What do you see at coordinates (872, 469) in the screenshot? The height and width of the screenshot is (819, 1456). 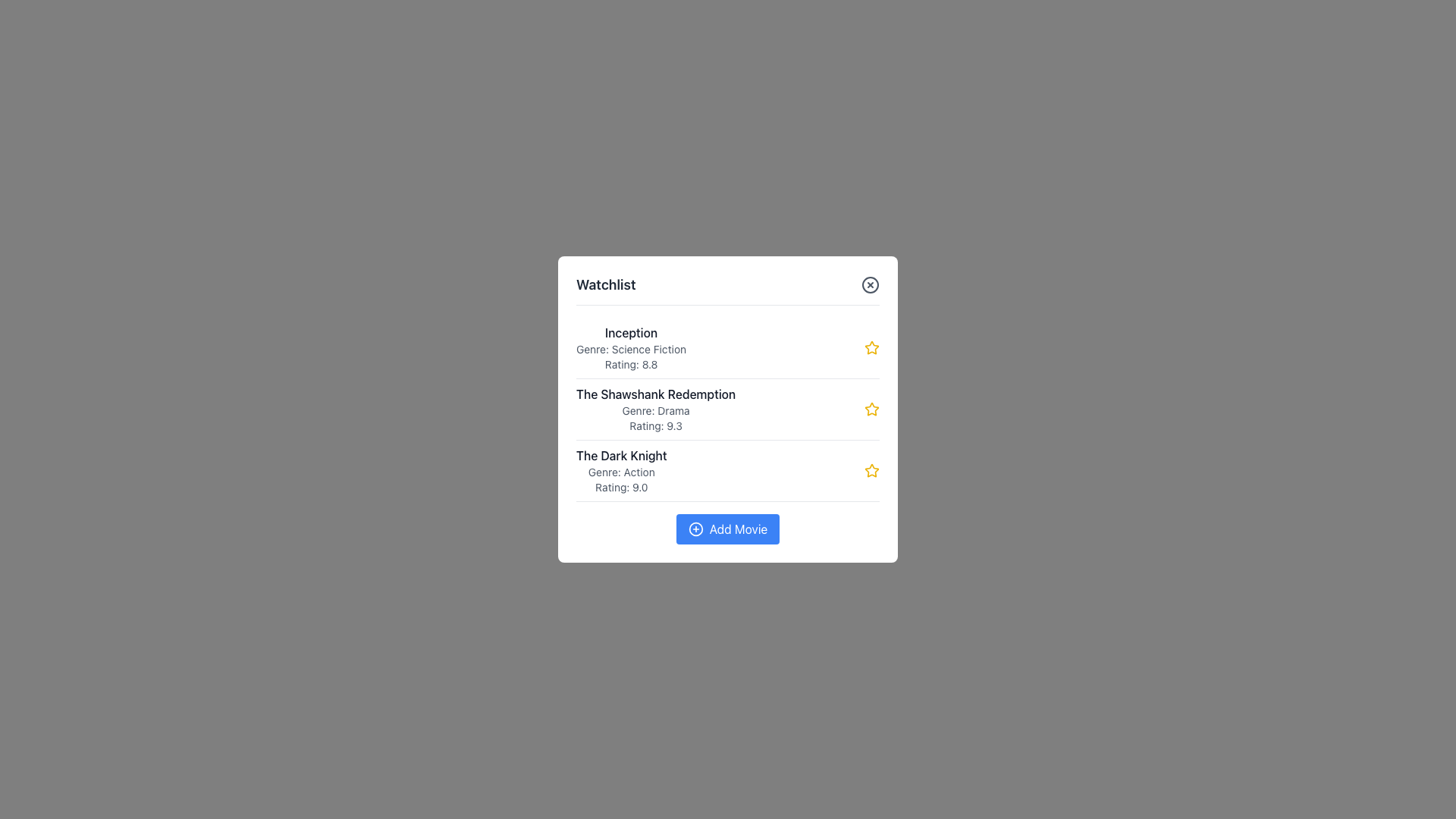 I see `the star-shaped icon with a yellow outline located beside the movie title in the second list item` at bounding box center [872, 469].